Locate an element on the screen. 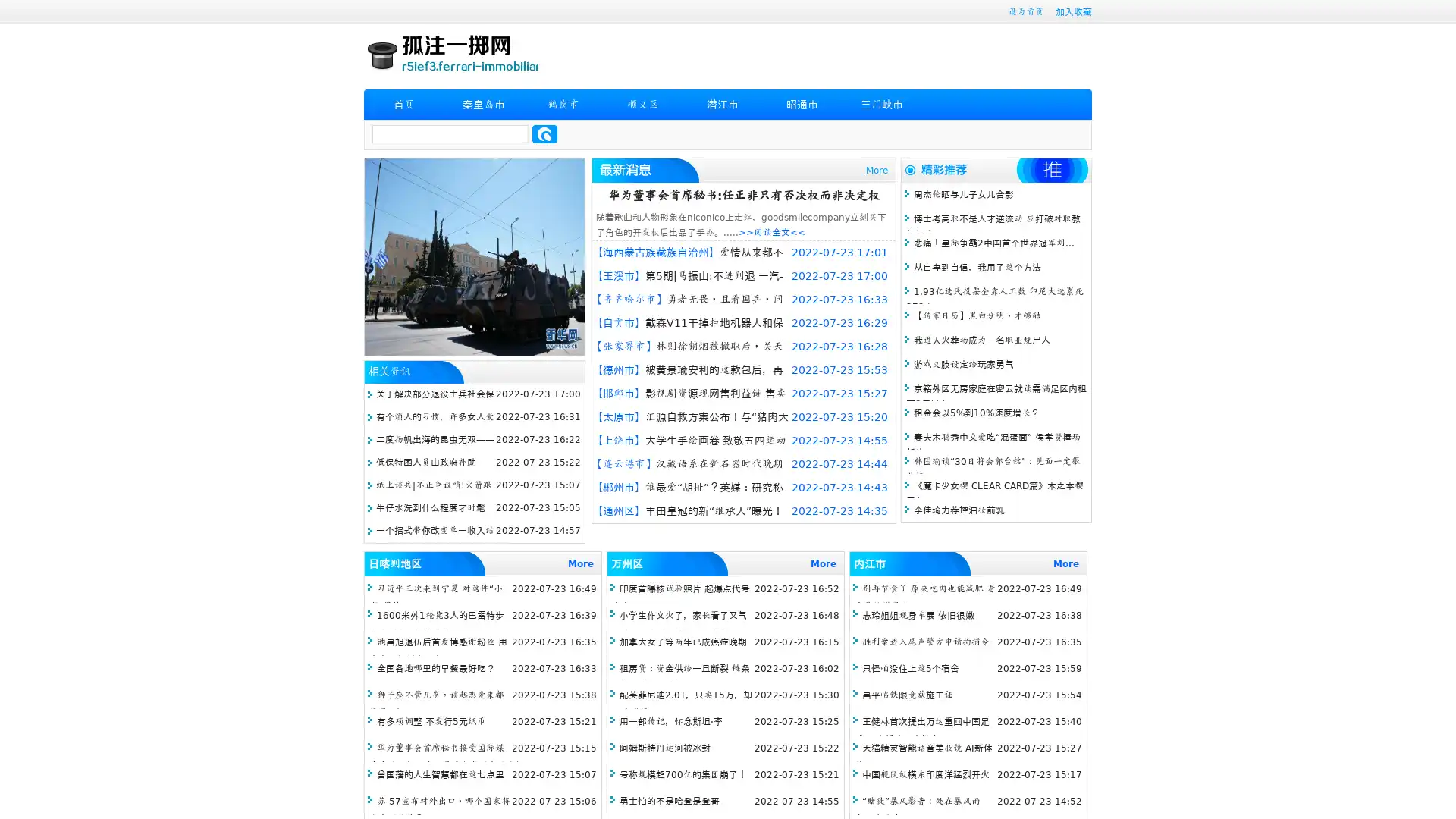 The height and width of the screenshot is (819, 1456). Search is located at coordinates (544, 133).